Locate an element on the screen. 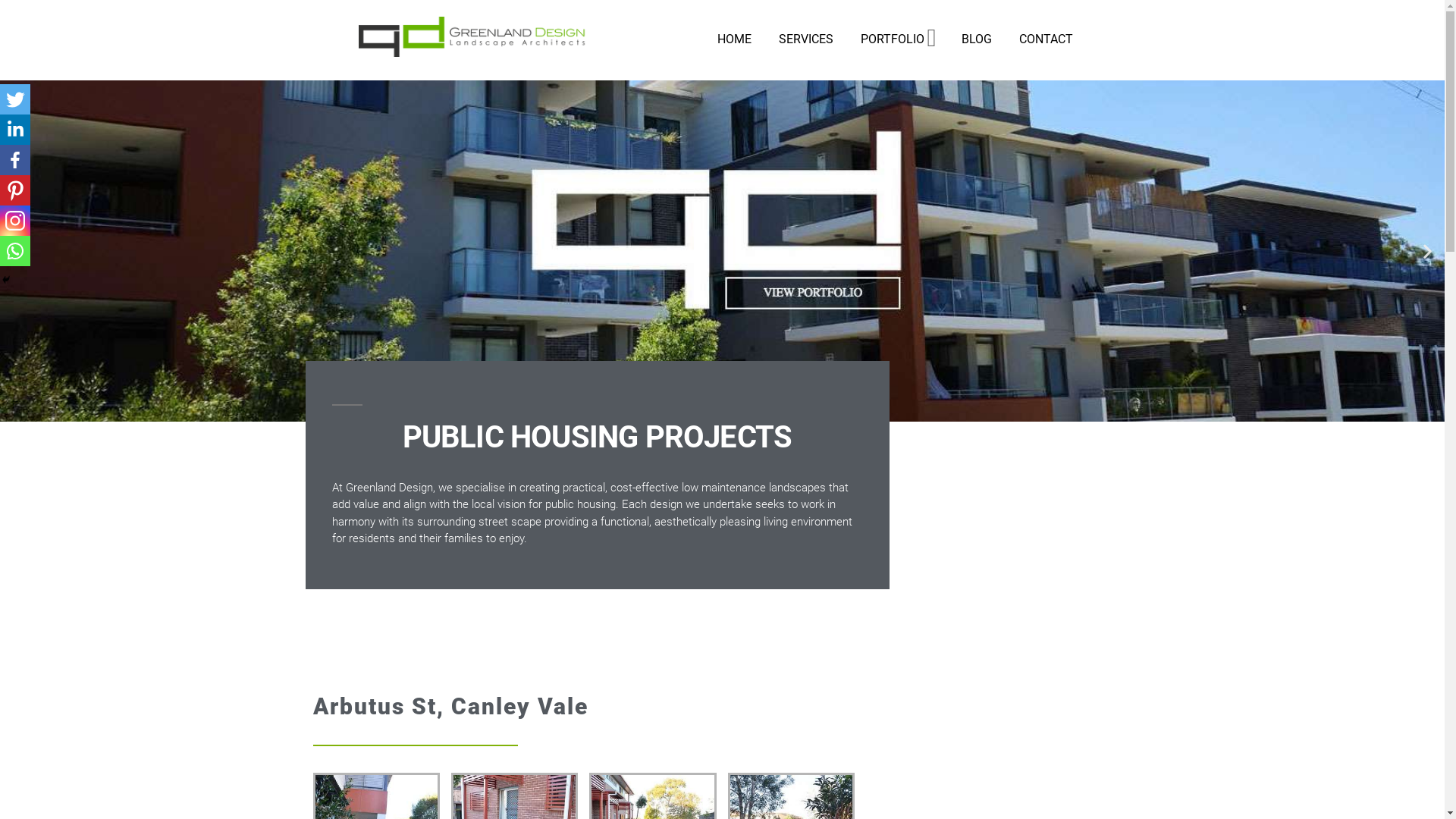 The height and width of the screenshot is (819, 1456). 'Linkedin' is located at coordinates (14, 128).